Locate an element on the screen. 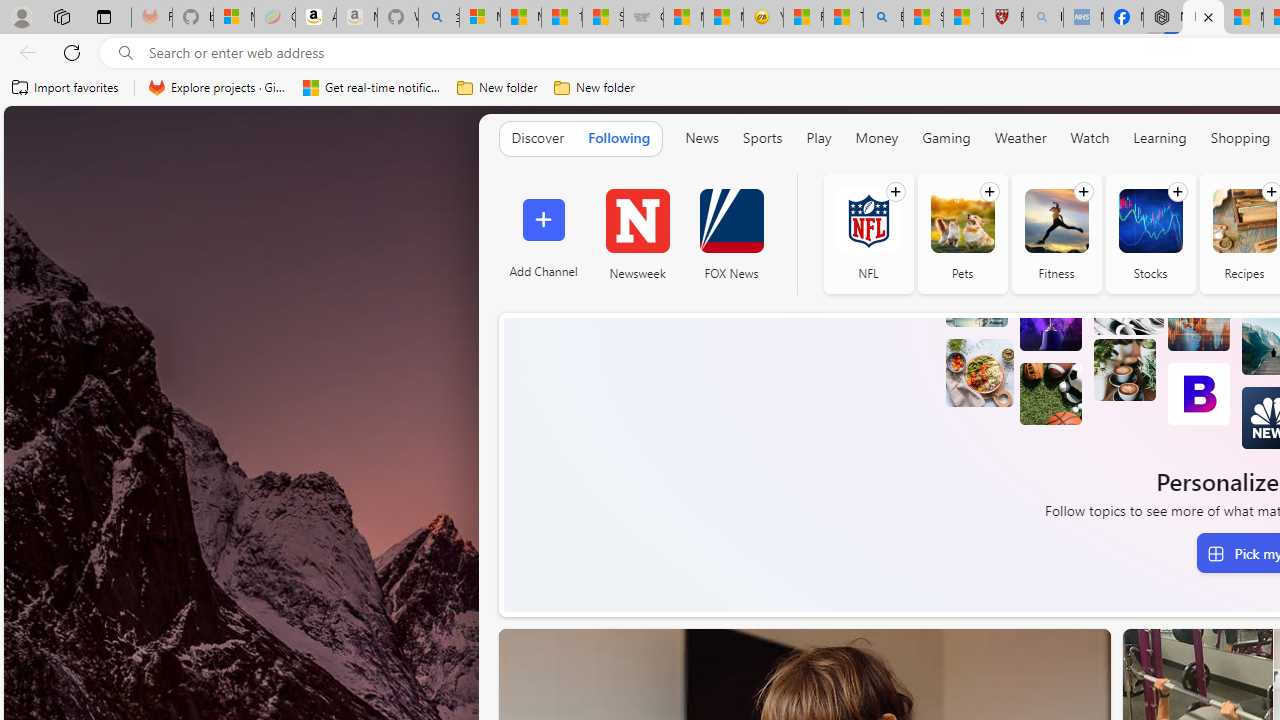 This screenshot has width=1280, height=720. 'Stocks' is located at coordinates (1150, 233).